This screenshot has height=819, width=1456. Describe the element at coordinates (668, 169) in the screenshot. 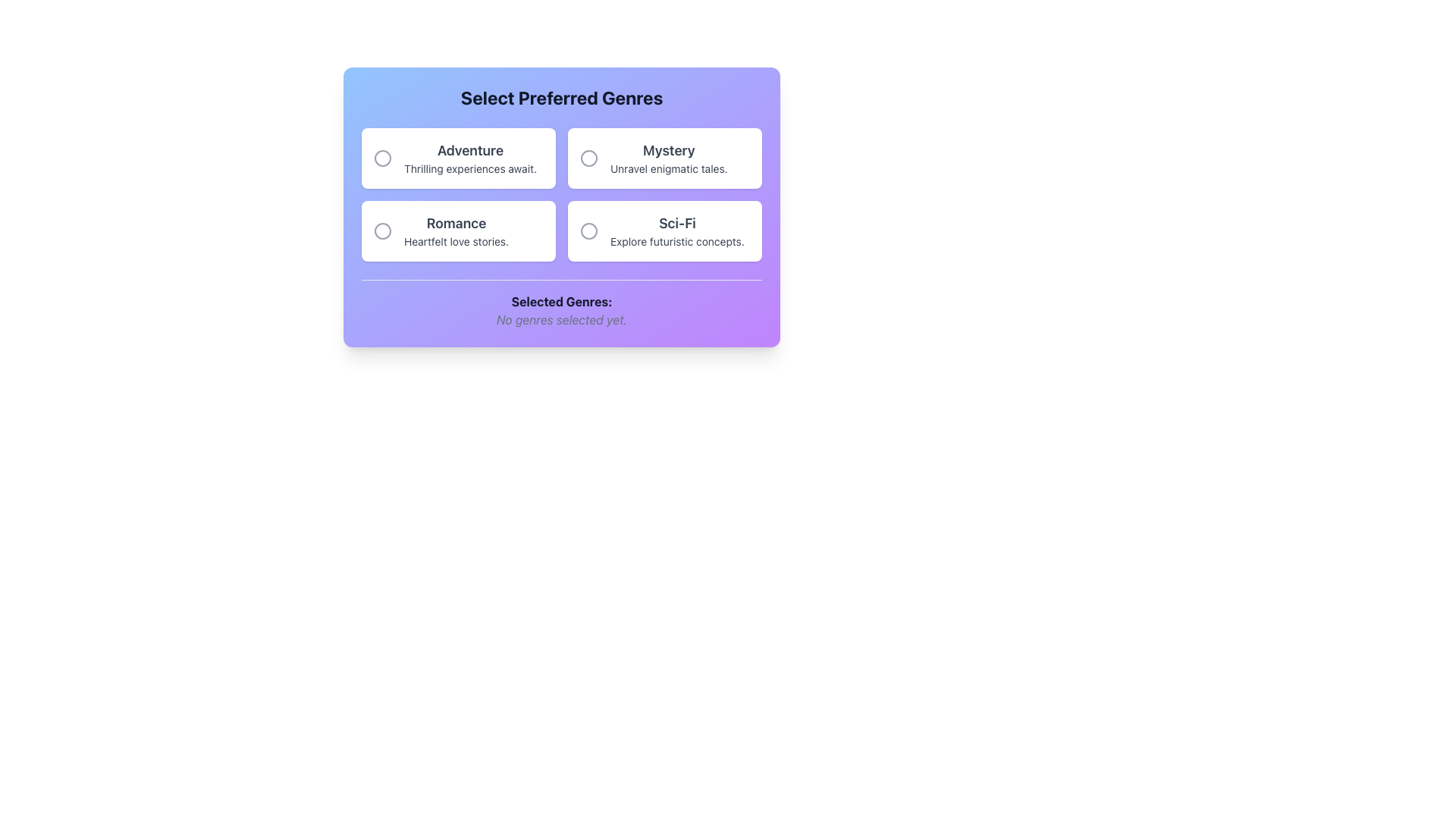

I see `the text label displaying 'Unravel enigmatic tales.' located below the heading 'Mystery' in the 'Select Preferred Genres' section` at that location.